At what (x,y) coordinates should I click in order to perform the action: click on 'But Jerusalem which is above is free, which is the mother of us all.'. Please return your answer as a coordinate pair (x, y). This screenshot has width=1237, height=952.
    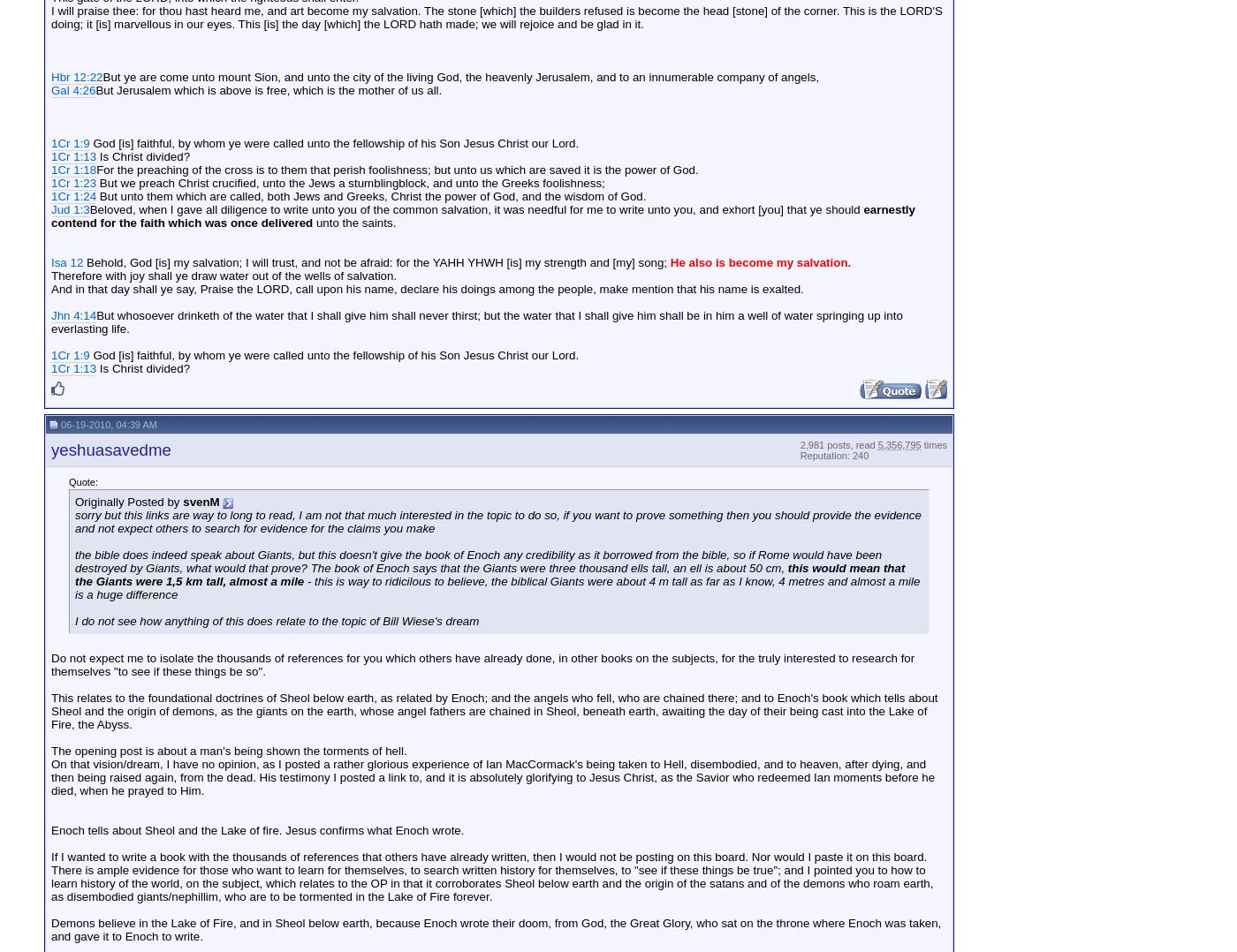
    Looking at the image, I should click on (95, 88).